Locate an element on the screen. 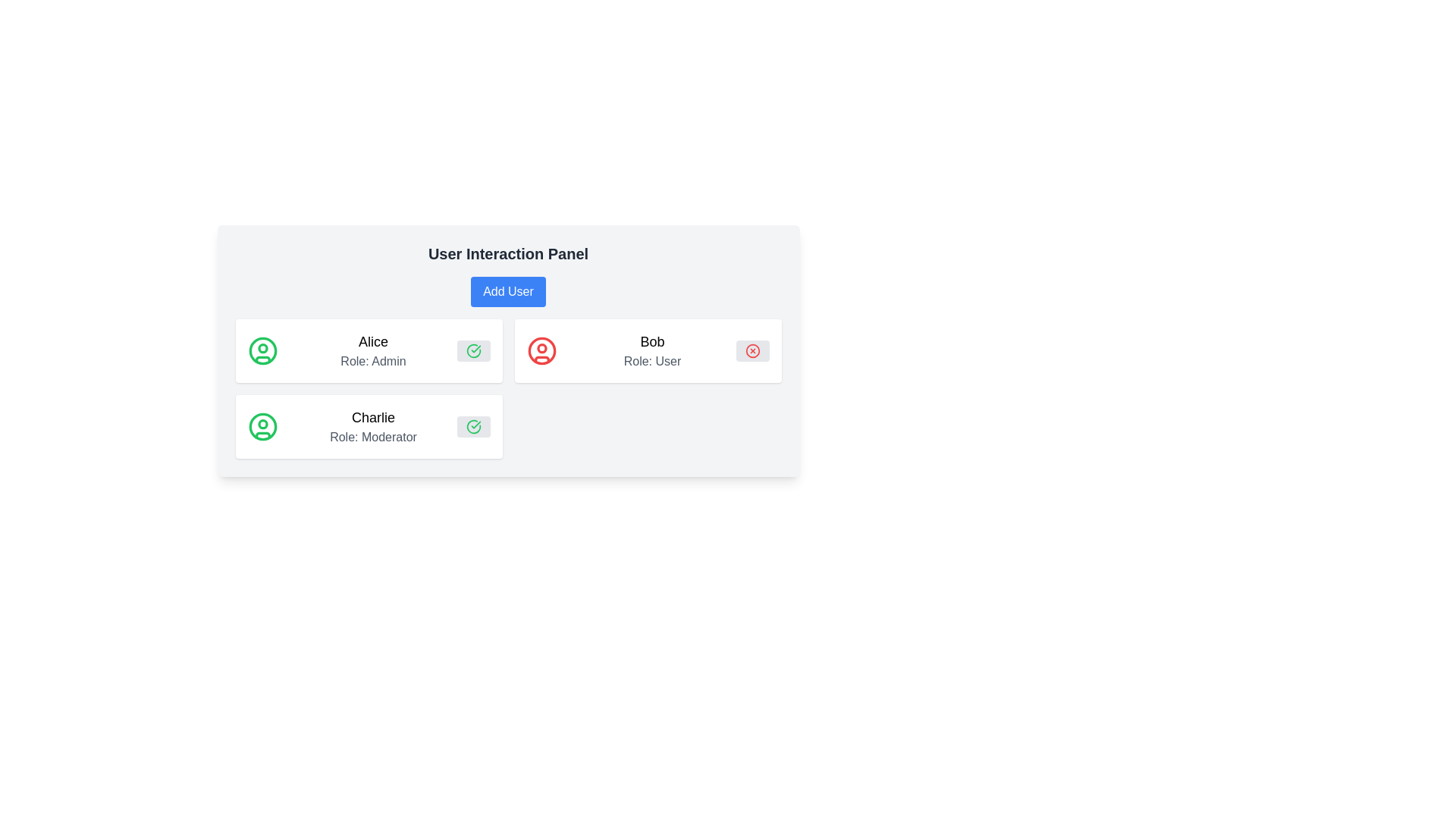 Image resolution: width=1456 pixels, height=819 pixels. displayed text from the Card component featuring the name 'Bob' and role 'Role: User', which is the second item in a vertical list of cards is located at coordinates (648, 350).